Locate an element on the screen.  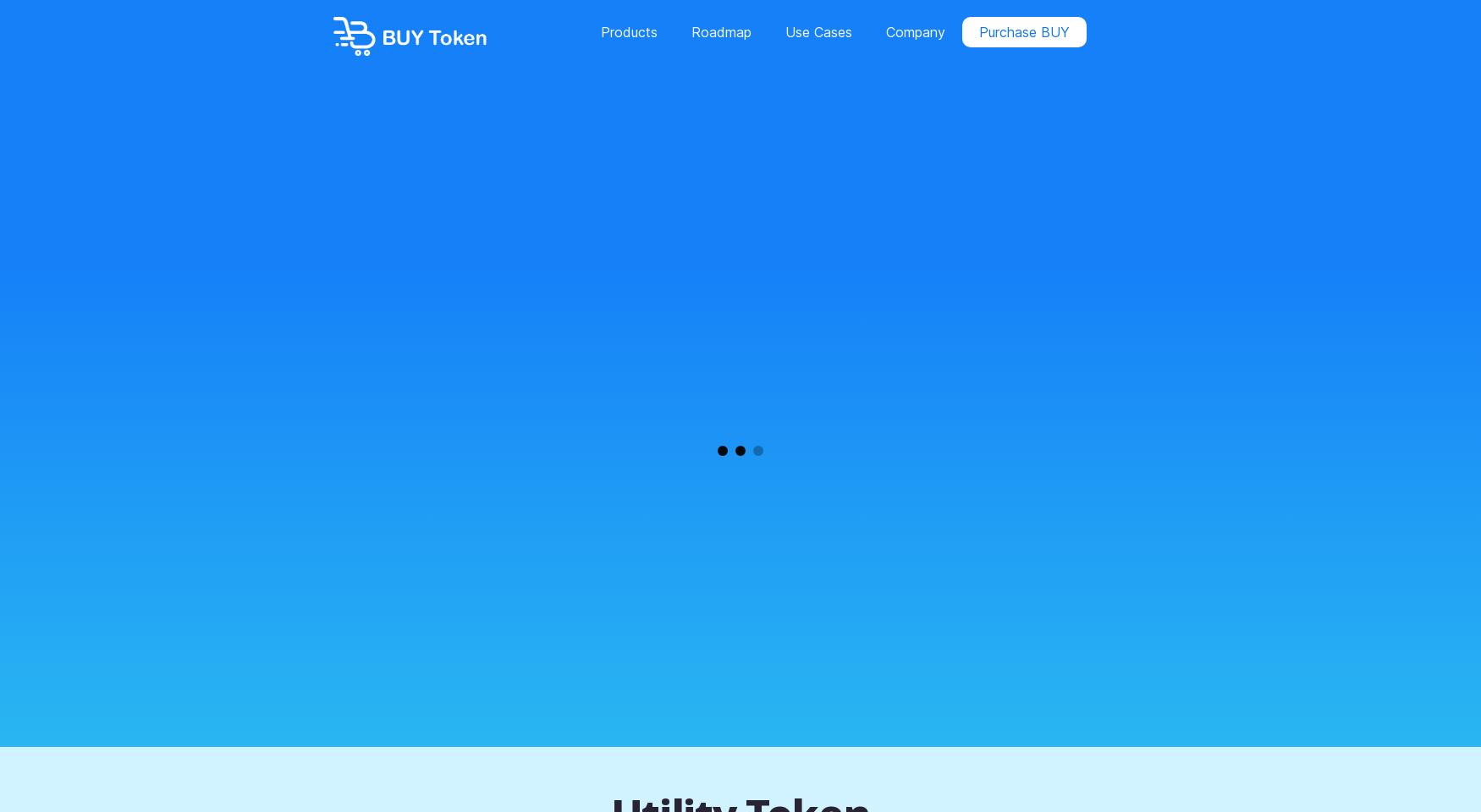
'Products' is located at coordinates (628, 31).